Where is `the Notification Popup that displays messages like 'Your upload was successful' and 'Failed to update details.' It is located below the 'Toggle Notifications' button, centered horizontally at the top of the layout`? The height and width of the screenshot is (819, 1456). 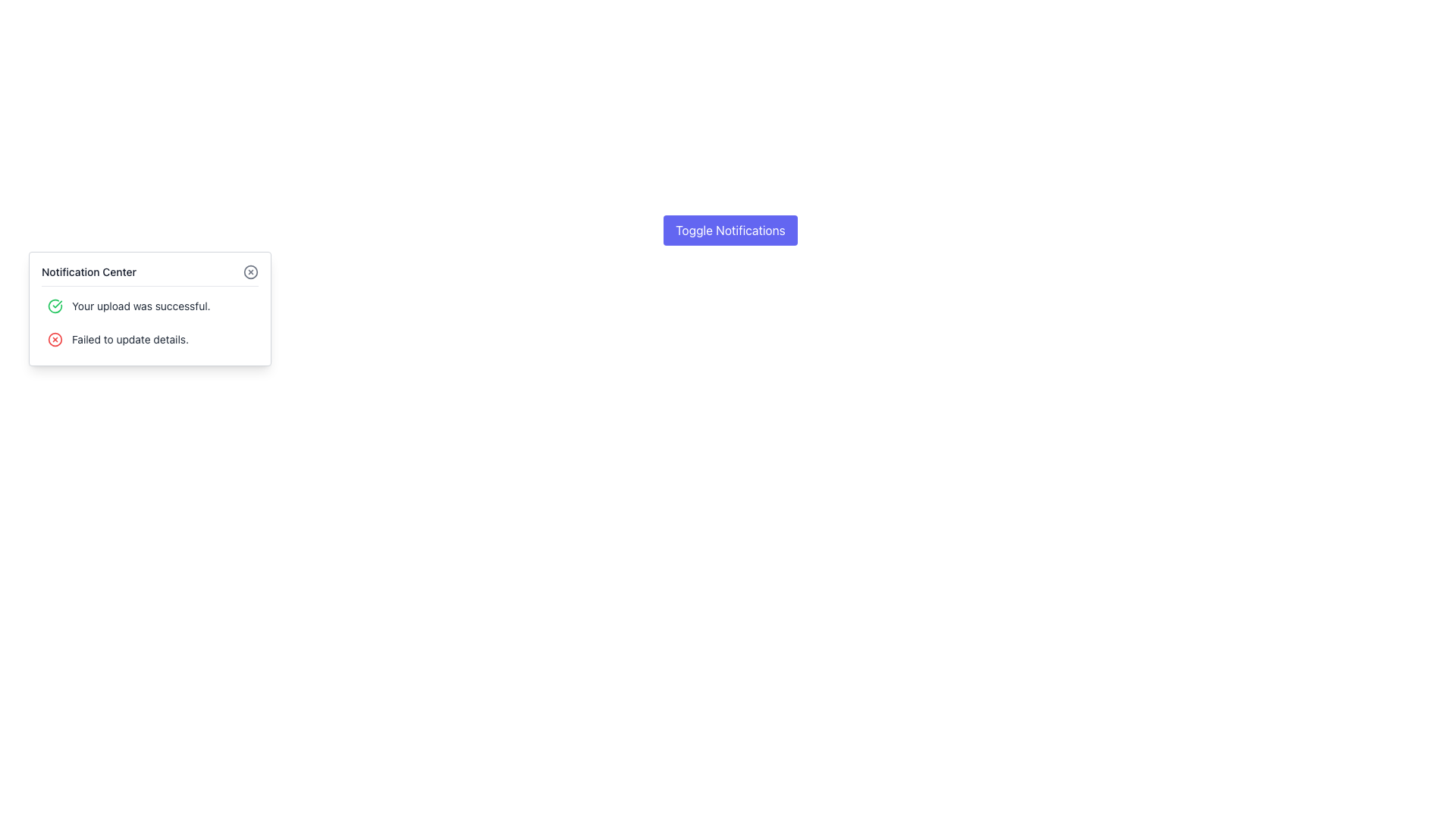 the Notification Popup that displays messages like 'Your upload was successful' and 'Failed to update details.' It is located below the 'Toggle Notifications' button, centered horizontally at the top of the layout is located at coordinates (149, 308).